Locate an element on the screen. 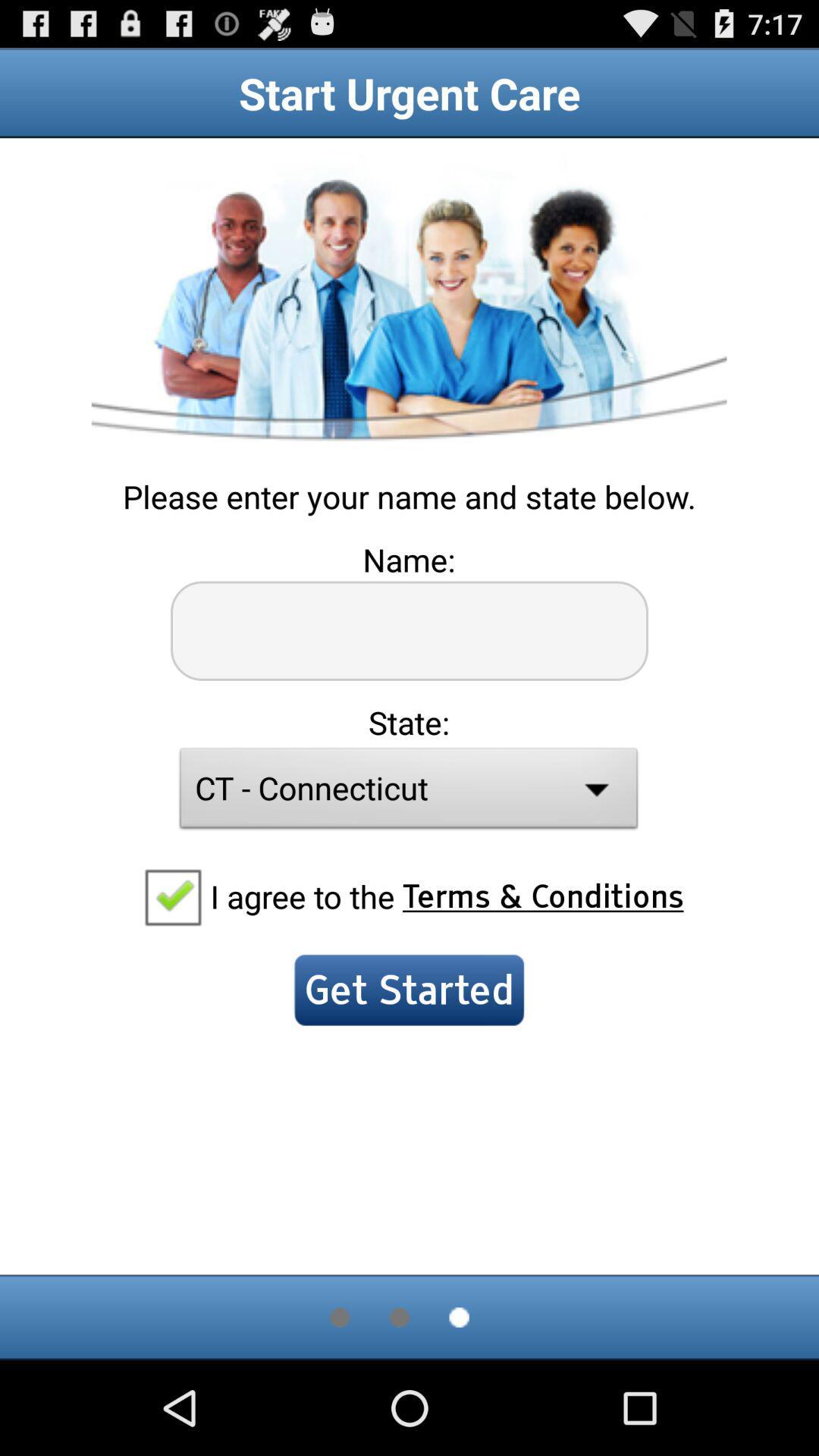 The width and height of the screenshot is (819, 1456). tick the column is located at coordinates (171, 896).